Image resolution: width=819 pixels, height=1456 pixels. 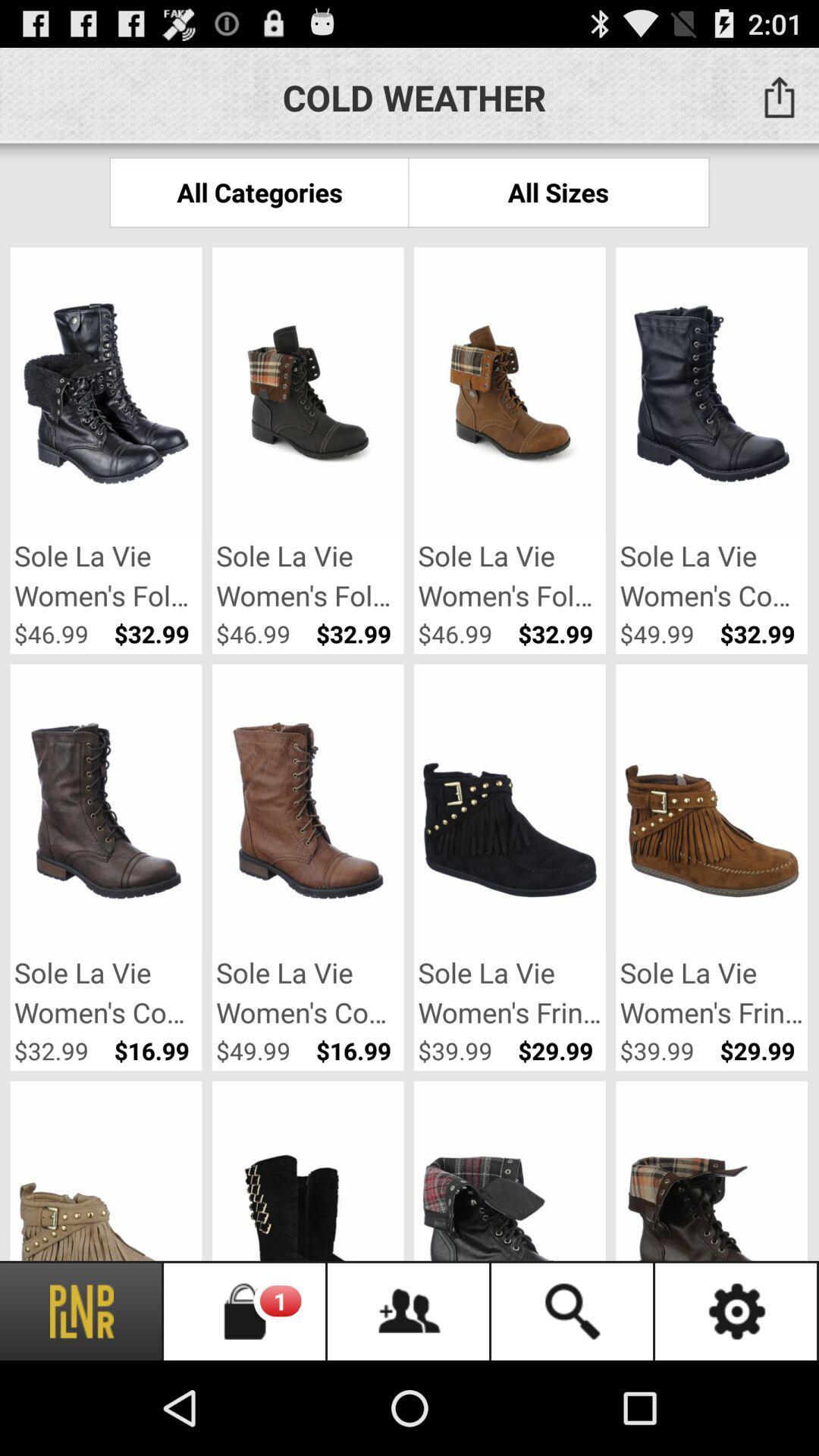 I want to click on all sizes icon, so click(x=558, y=191).